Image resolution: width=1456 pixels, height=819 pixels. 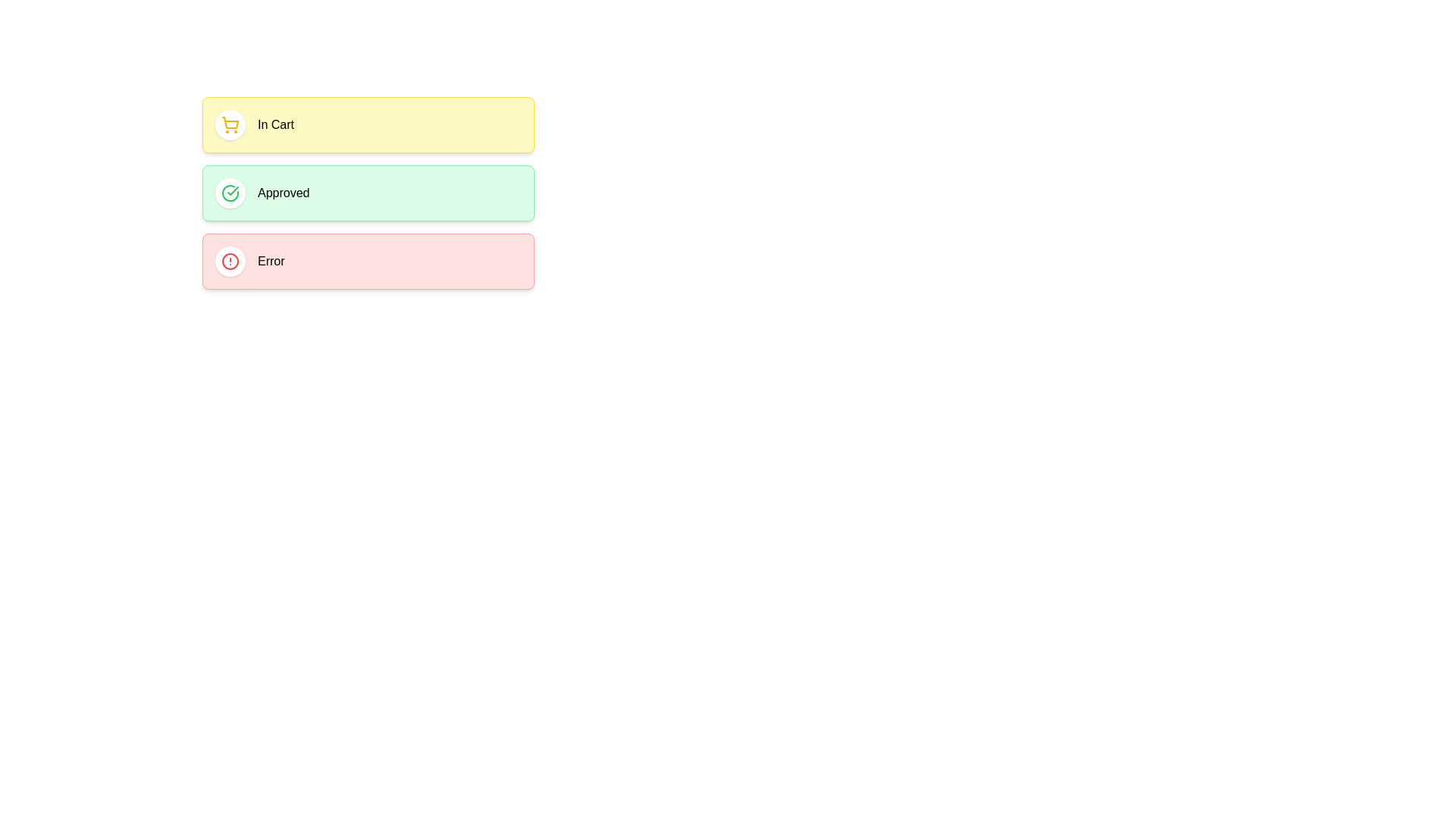 I want to click on the Notification box that serves as an alert for errors, positioned below the 'In Cart' and 'Approved' boxes, so click(x=368, y=260).